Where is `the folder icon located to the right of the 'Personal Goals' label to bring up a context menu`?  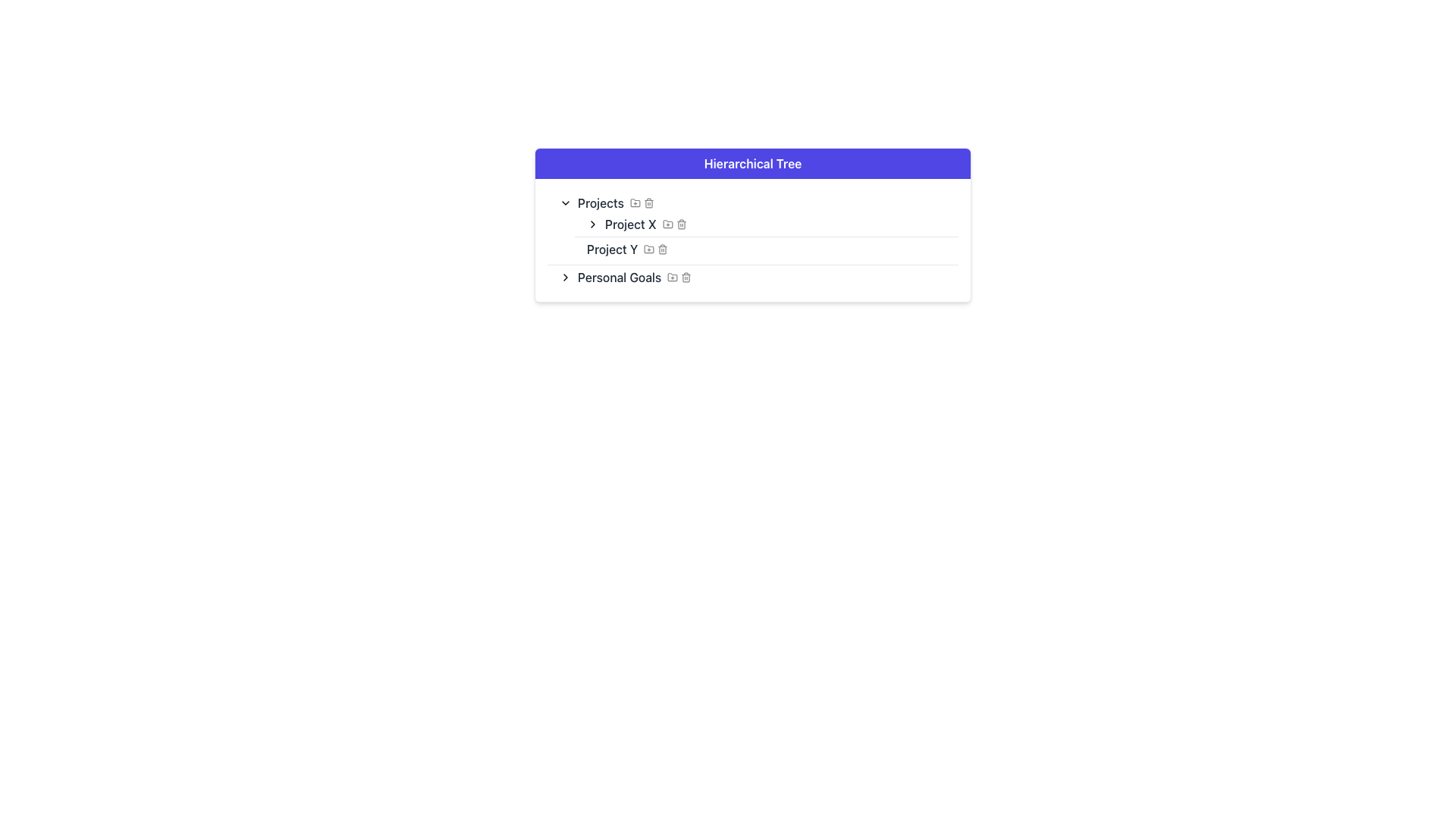 the folder icon located to the right of the 'Personal Goals' label to bring up a context menu is located at coordinates (672, 277).